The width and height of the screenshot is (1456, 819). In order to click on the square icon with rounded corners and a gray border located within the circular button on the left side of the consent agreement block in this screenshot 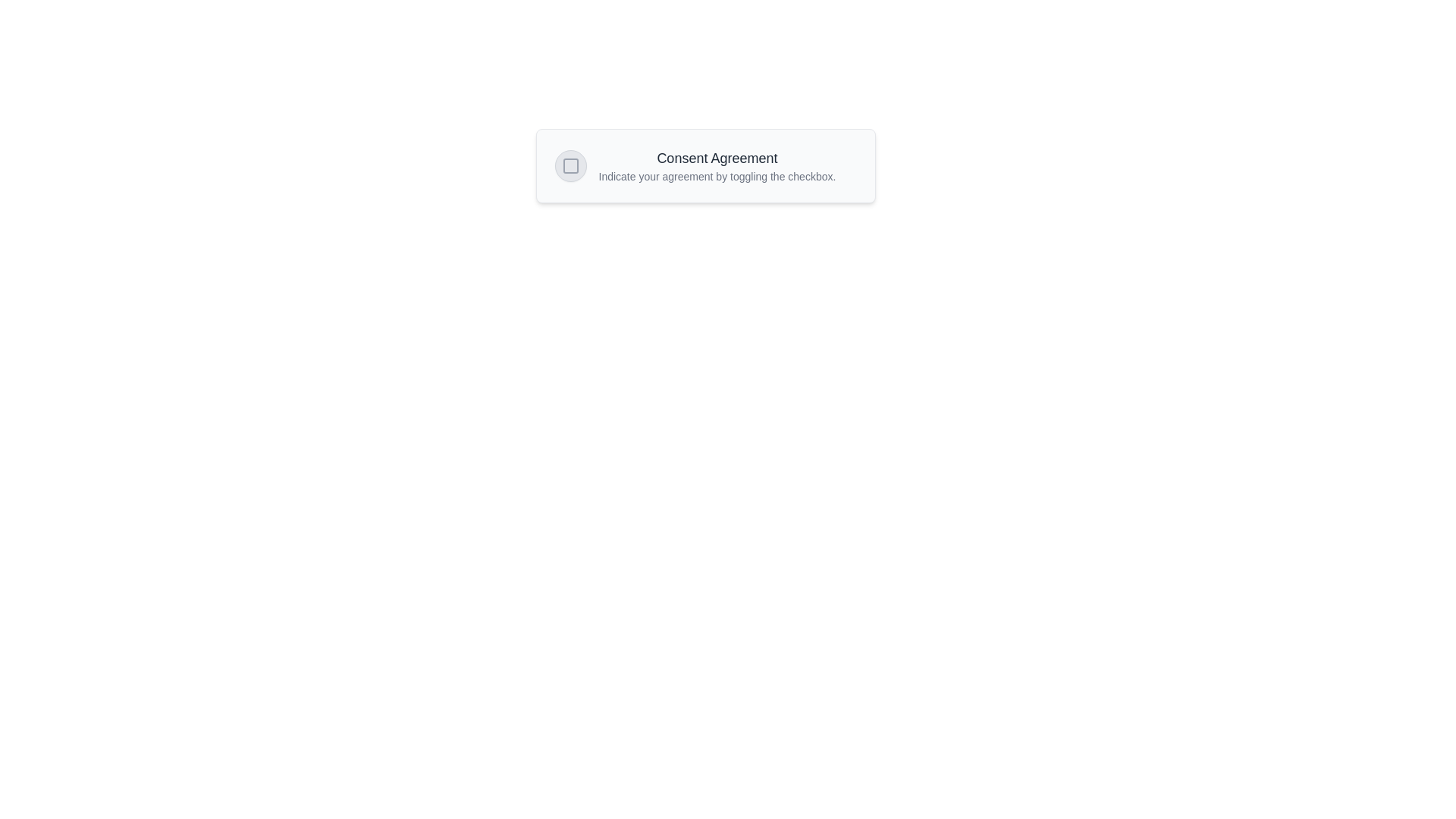, I will do `click(570, 166)`.